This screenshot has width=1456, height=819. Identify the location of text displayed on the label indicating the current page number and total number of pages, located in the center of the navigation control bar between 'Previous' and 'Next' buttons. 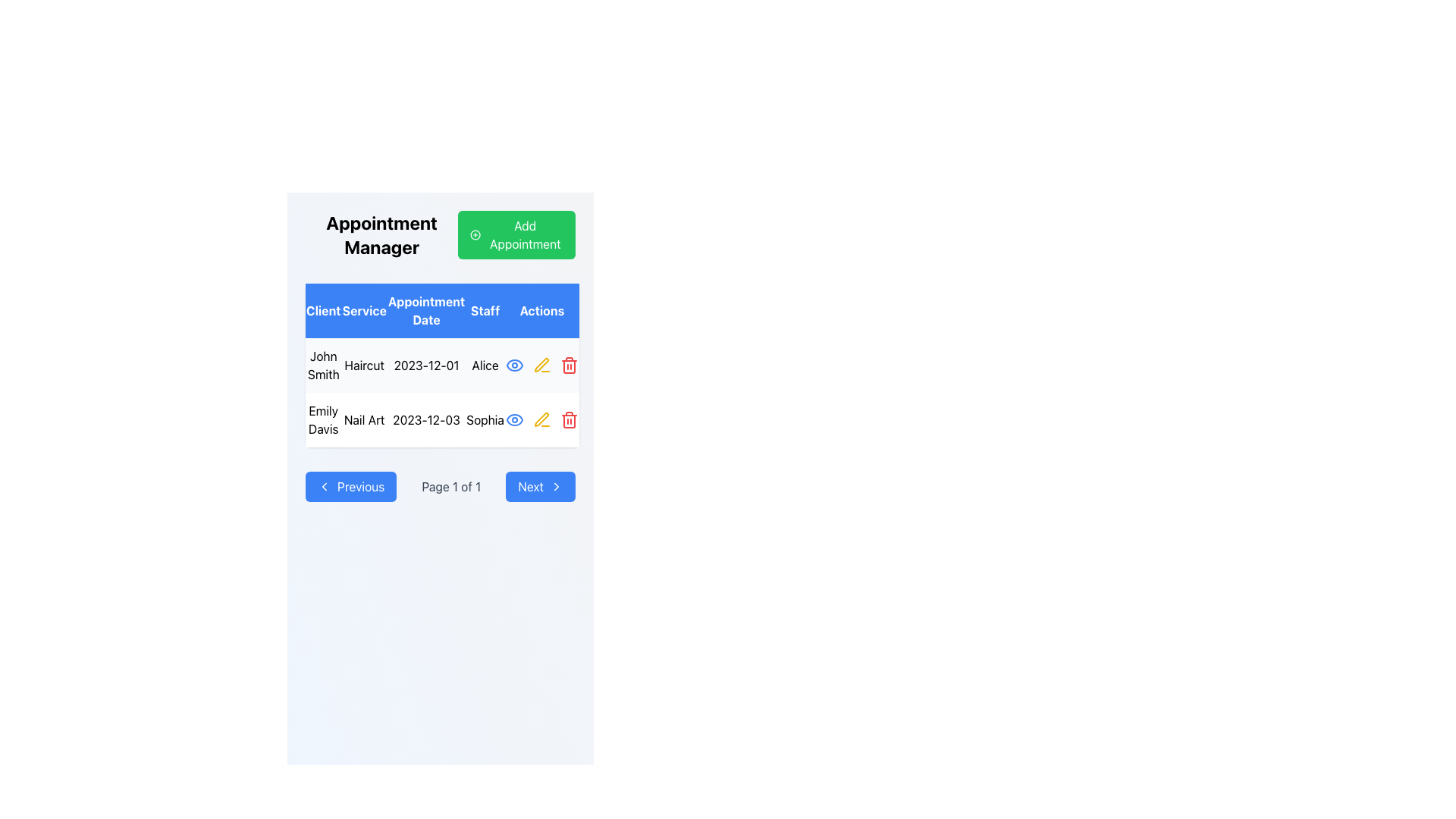
(450, 486).